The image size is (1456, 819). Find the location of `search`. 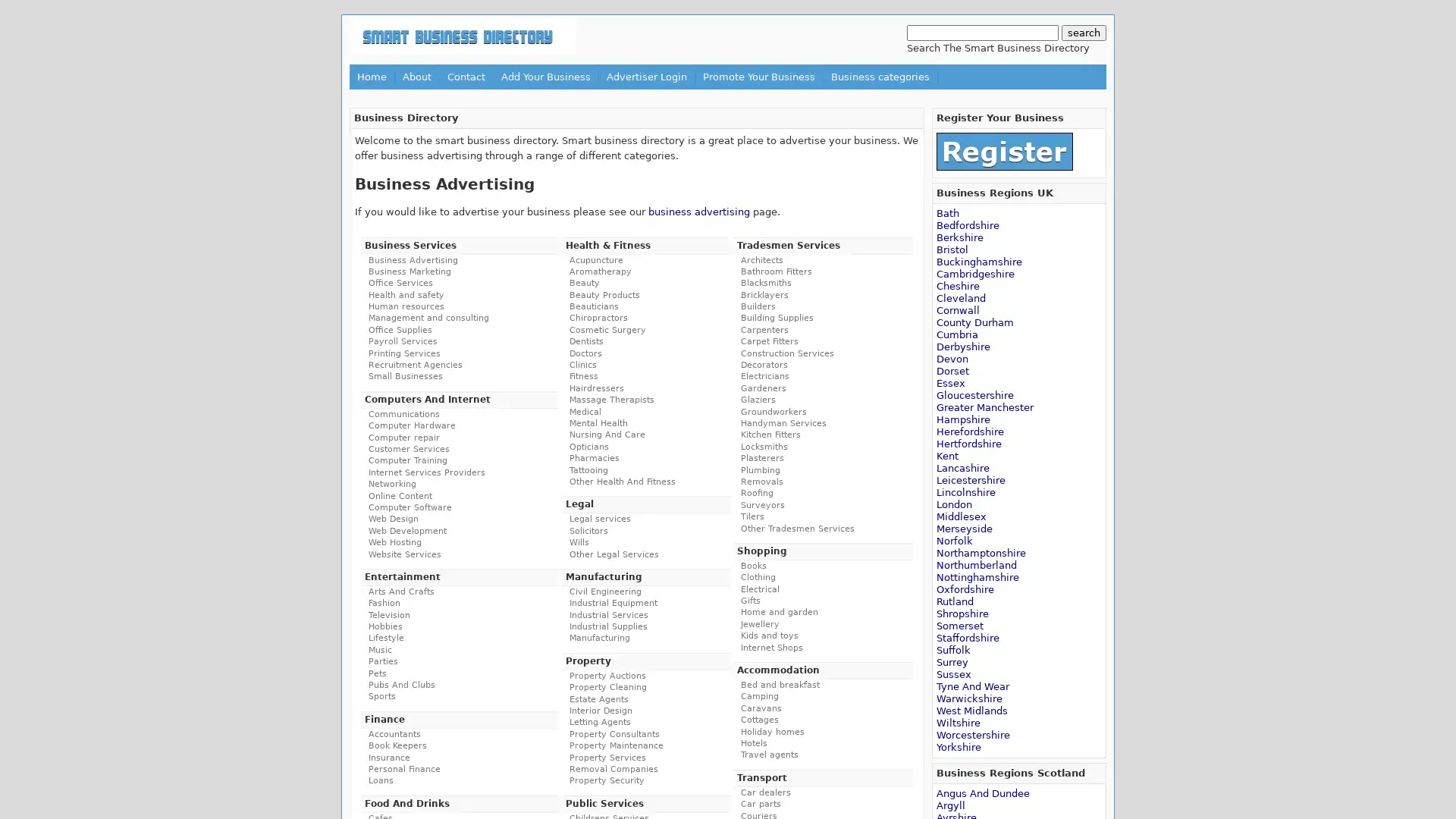

search is located at coordinates (1083, 33).